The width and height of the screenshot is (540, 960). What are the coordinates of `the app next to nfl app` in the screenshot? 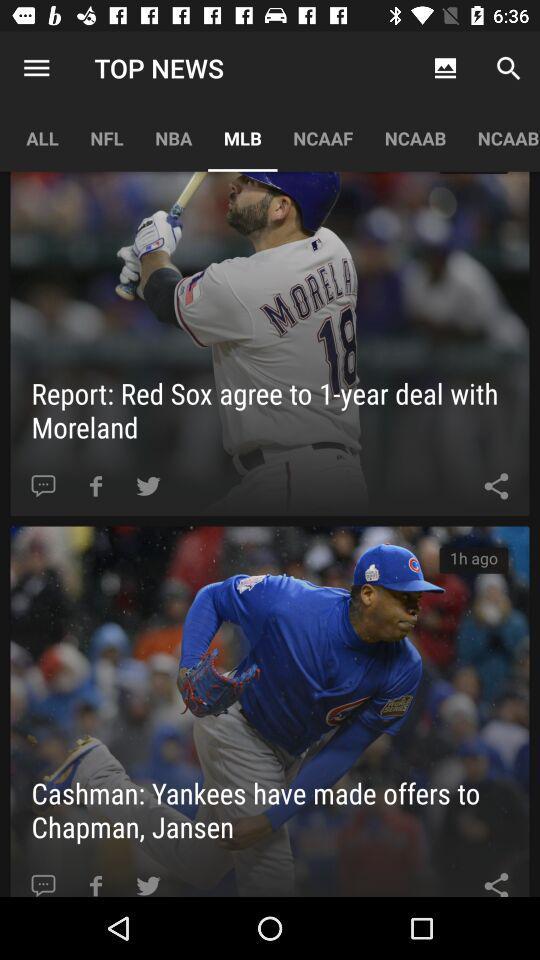 It's located at (36, 68).